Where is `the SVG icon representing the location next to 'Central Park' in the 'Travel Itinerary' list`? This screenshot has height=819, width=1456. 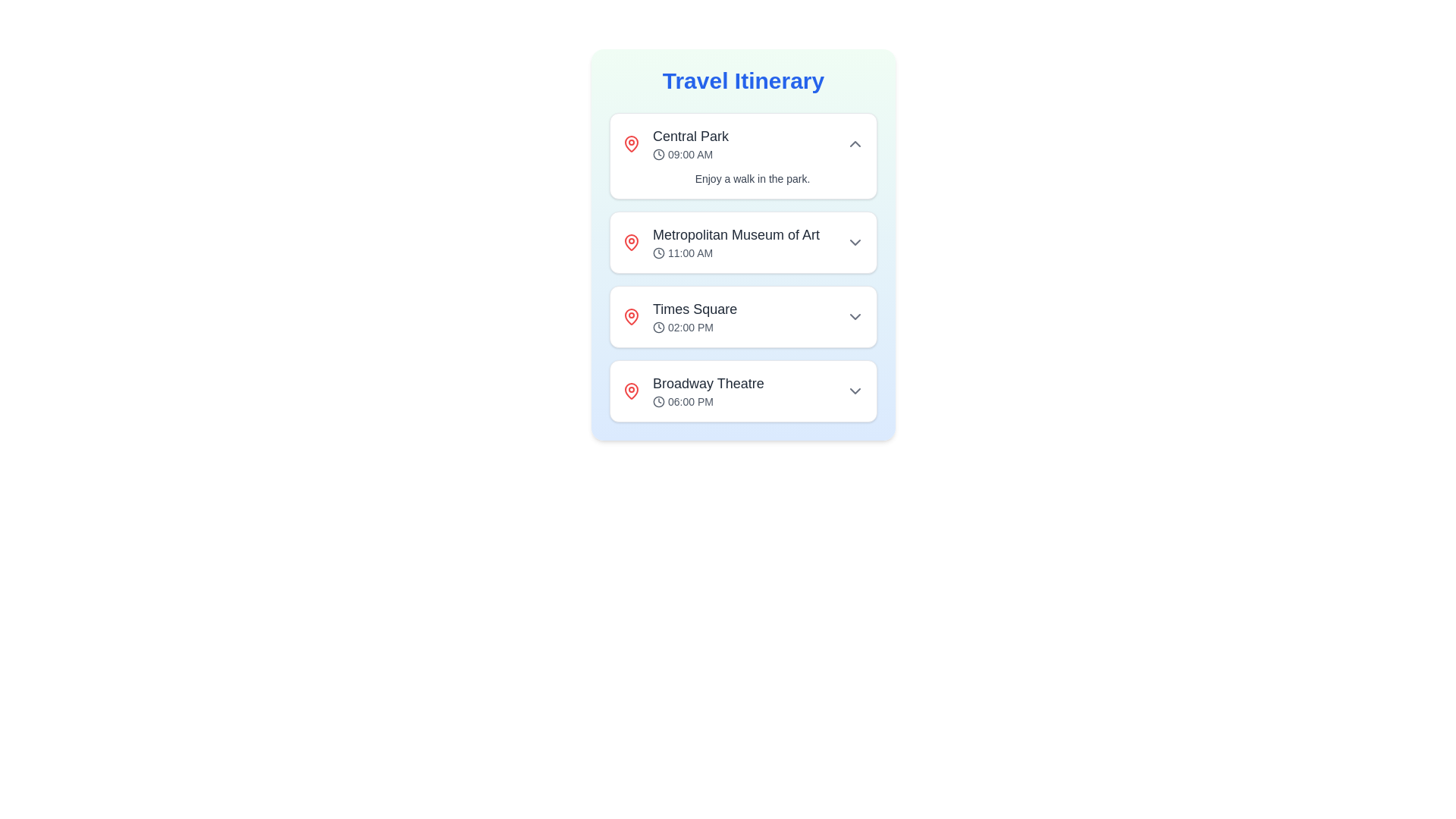
the SVG icon representing the location next to 'Central Park' in the 'Travel Itinerary' list is located at coordinates (632, 143).